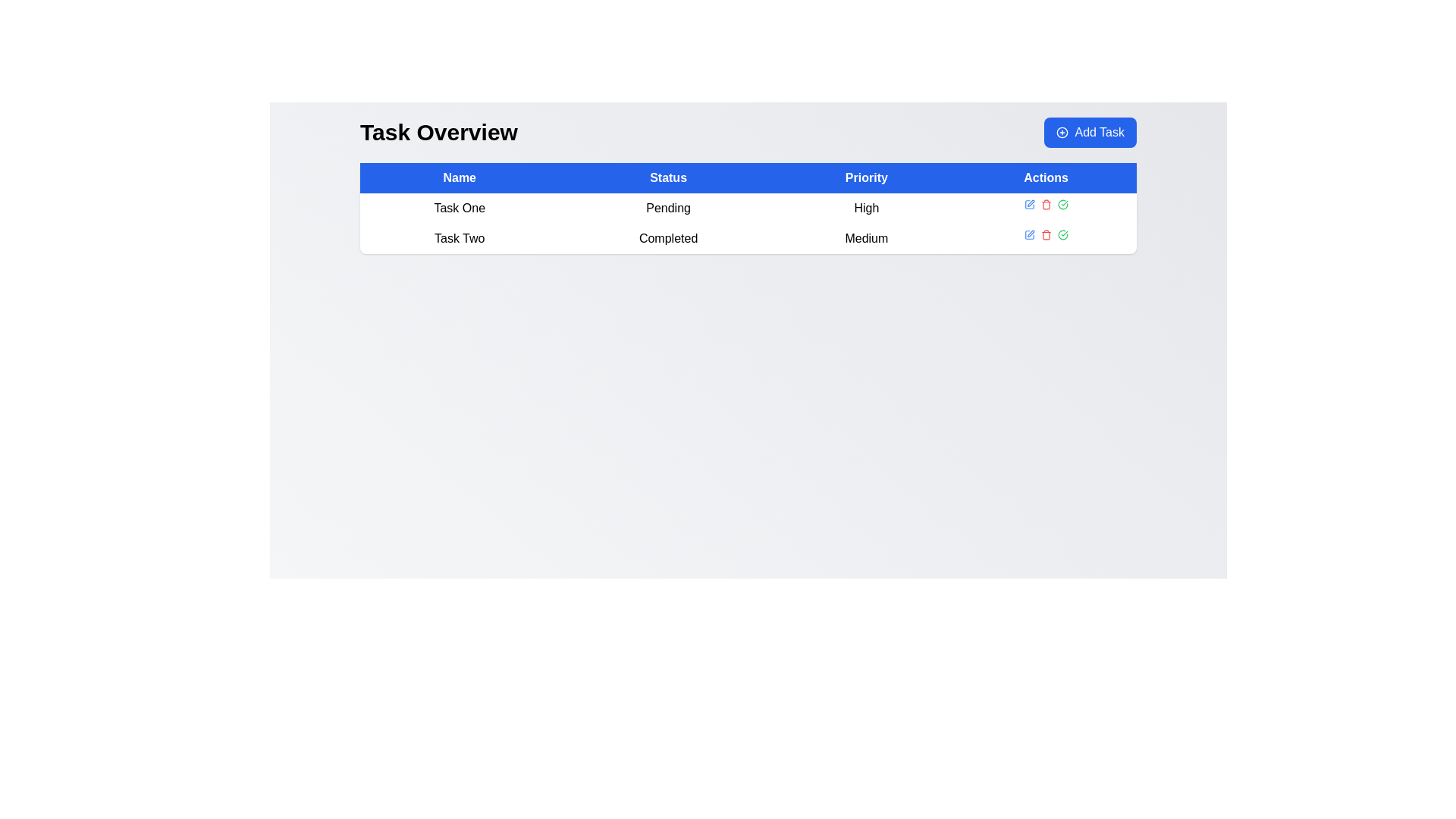 The height and width of the screenshot is (819, 1456). What do you see at coordinates (866, 239) in the screenshot?
I see `the static text label displaying 'Medium', which indicates a priority level and is located under the 'Priority' column in the second row of a table` at bounding box center [866, 239].